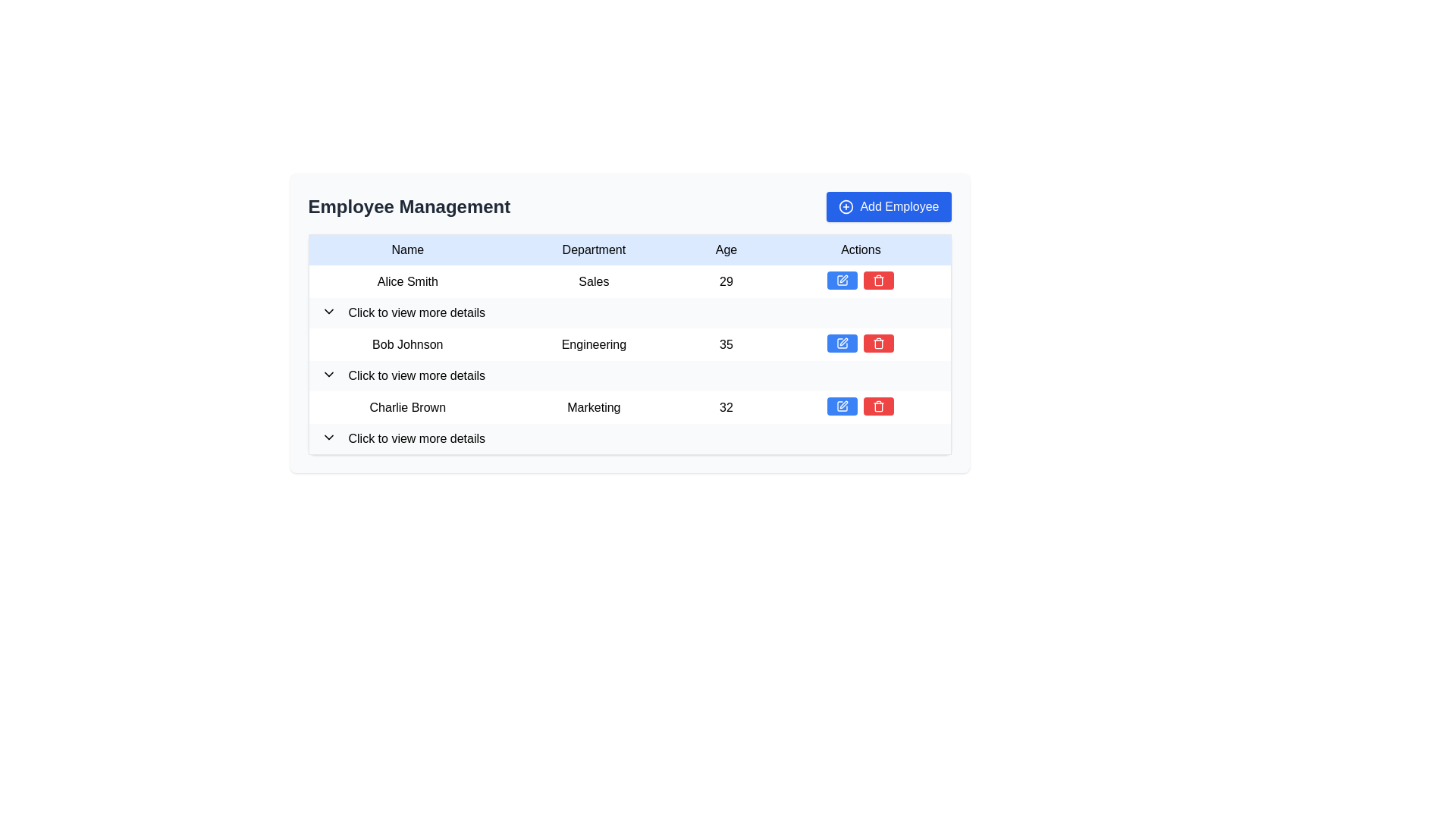  What do you see at coordinates (593, 406) in the screenshot?
I see `the 'Marketing' text element associated with the user 'Charlie Brown' in the 'Department' column, which is the second cell in that row` at bounding box center [593, 406].